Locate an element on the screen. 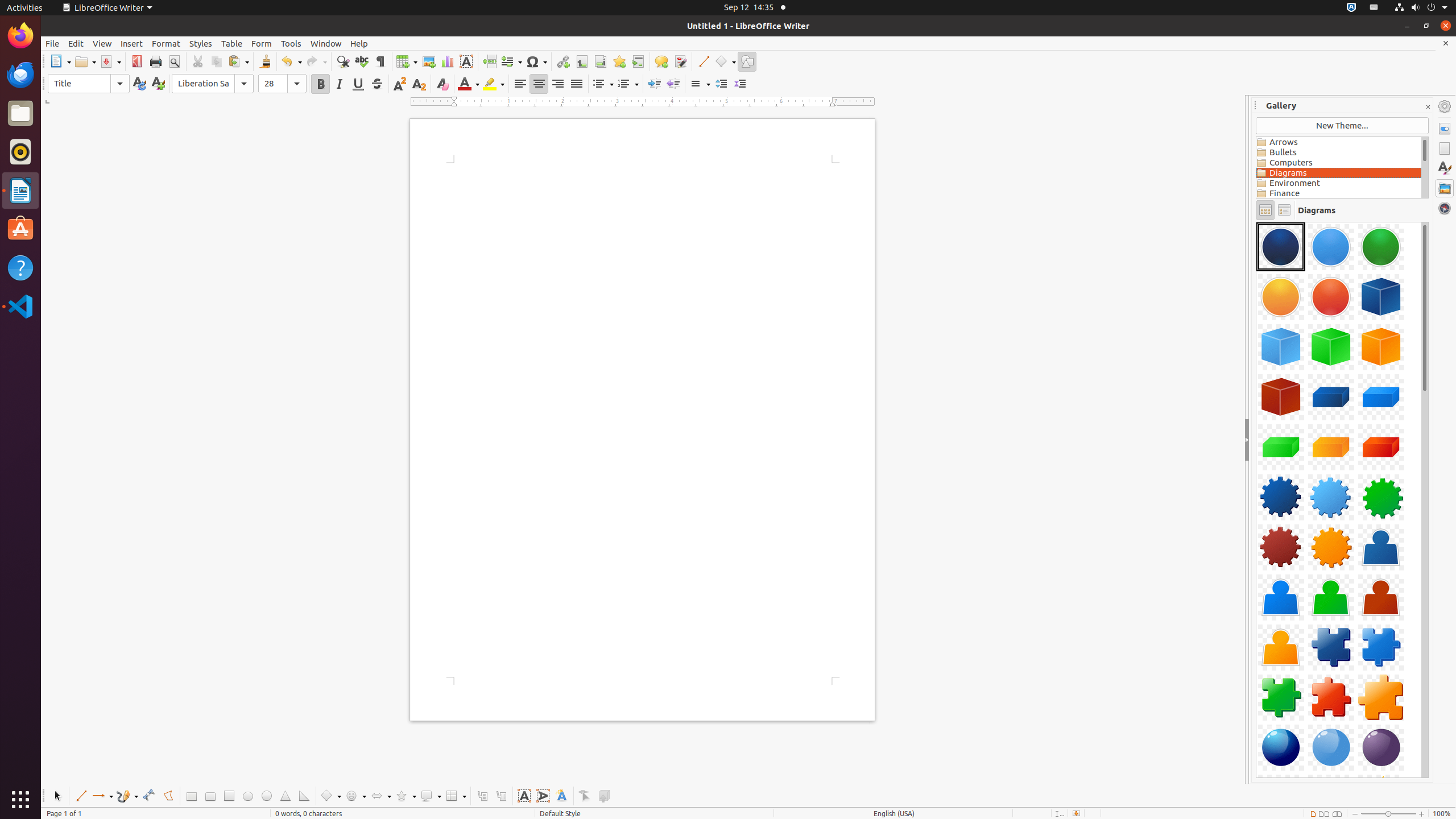  'Edit' is located at coordinates (76, 43).